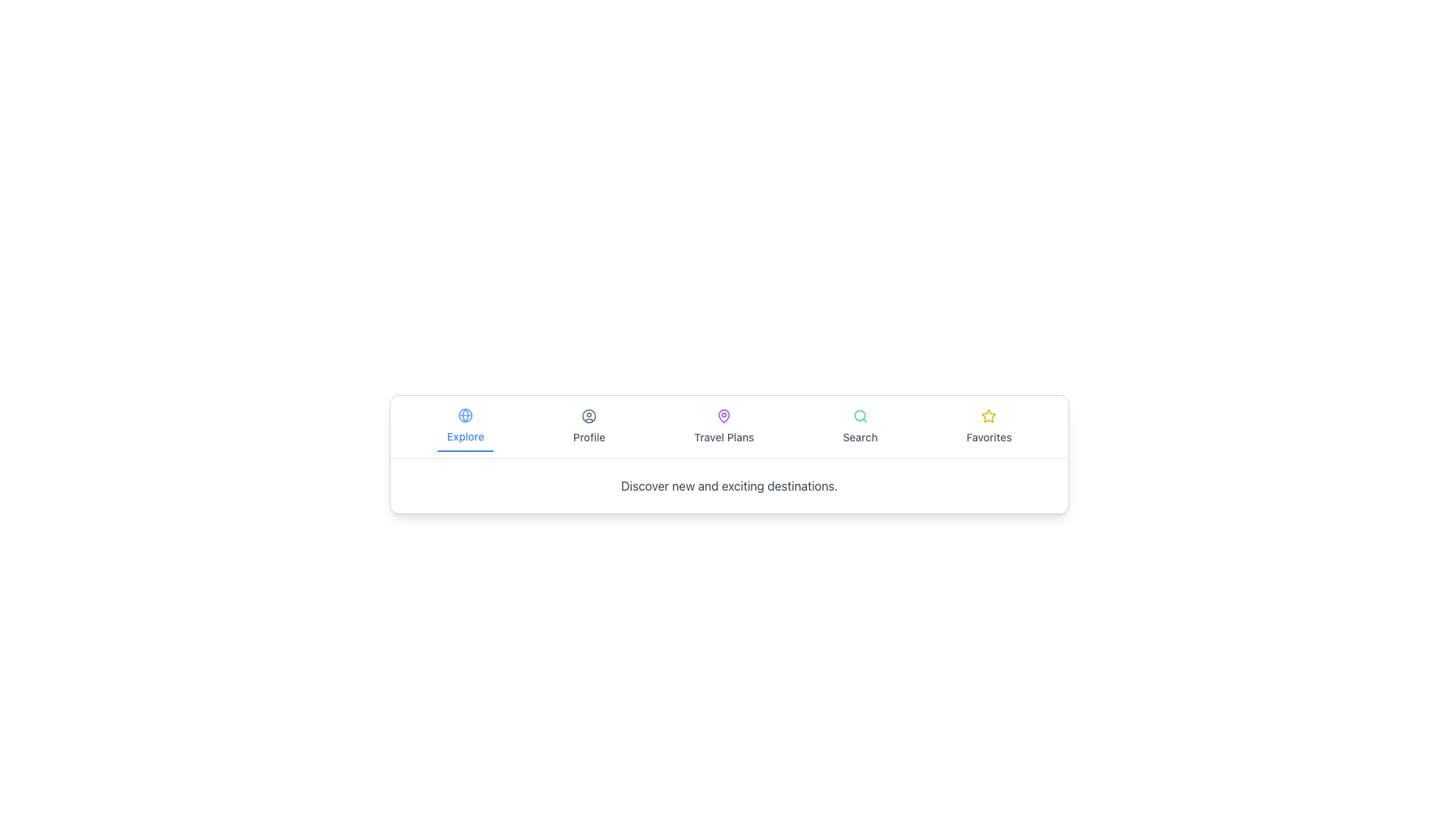 The width and height of the screenshot is (1456, 819). I want to click on the 'Explore' button located in the navigation bar, which contains the Text Label providing a description for it, so click(465, 436).